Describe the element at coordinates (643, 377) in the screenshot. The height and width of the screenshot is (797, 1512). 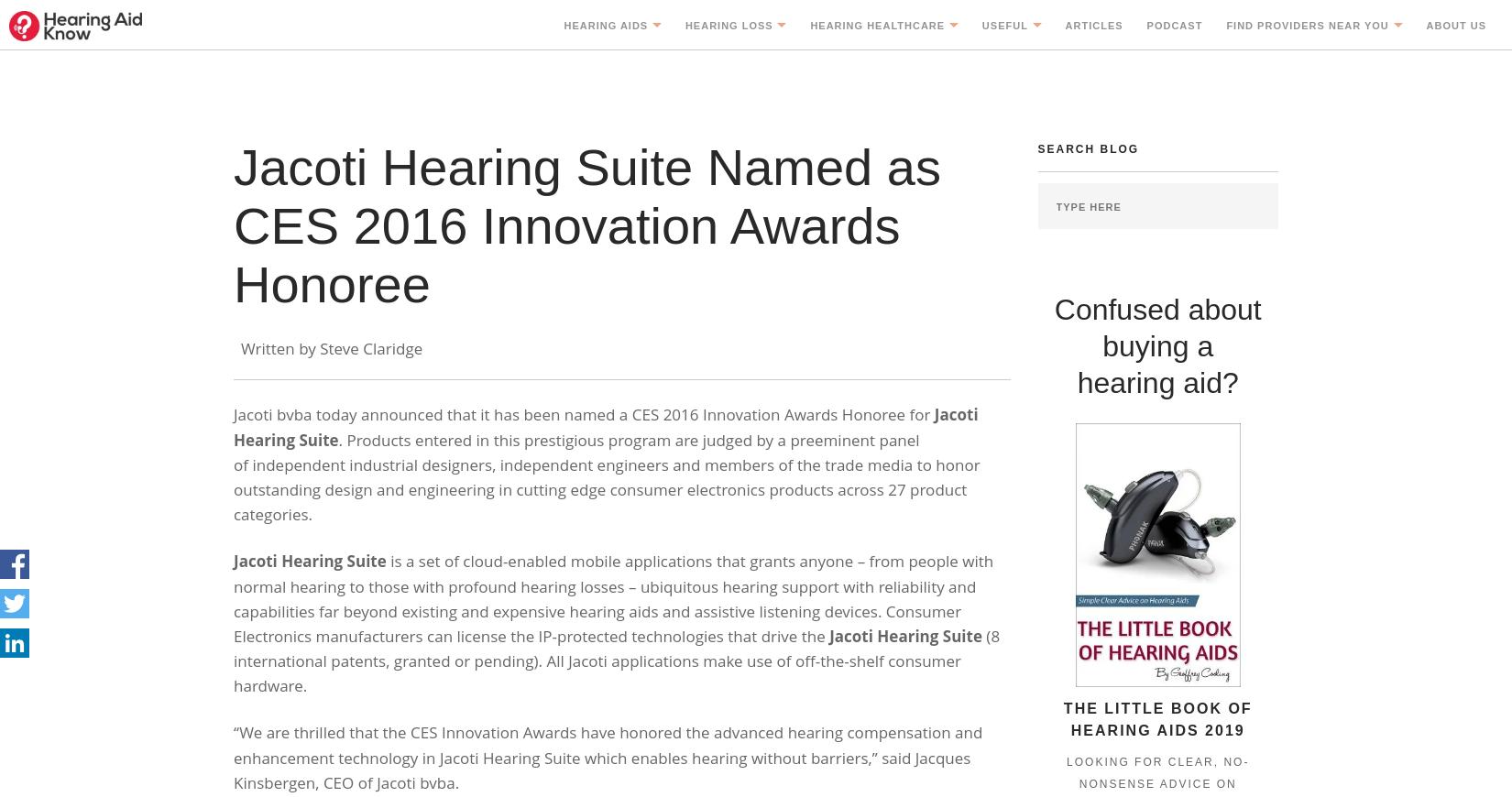
I see `'Made For Android Aids'` at that location.